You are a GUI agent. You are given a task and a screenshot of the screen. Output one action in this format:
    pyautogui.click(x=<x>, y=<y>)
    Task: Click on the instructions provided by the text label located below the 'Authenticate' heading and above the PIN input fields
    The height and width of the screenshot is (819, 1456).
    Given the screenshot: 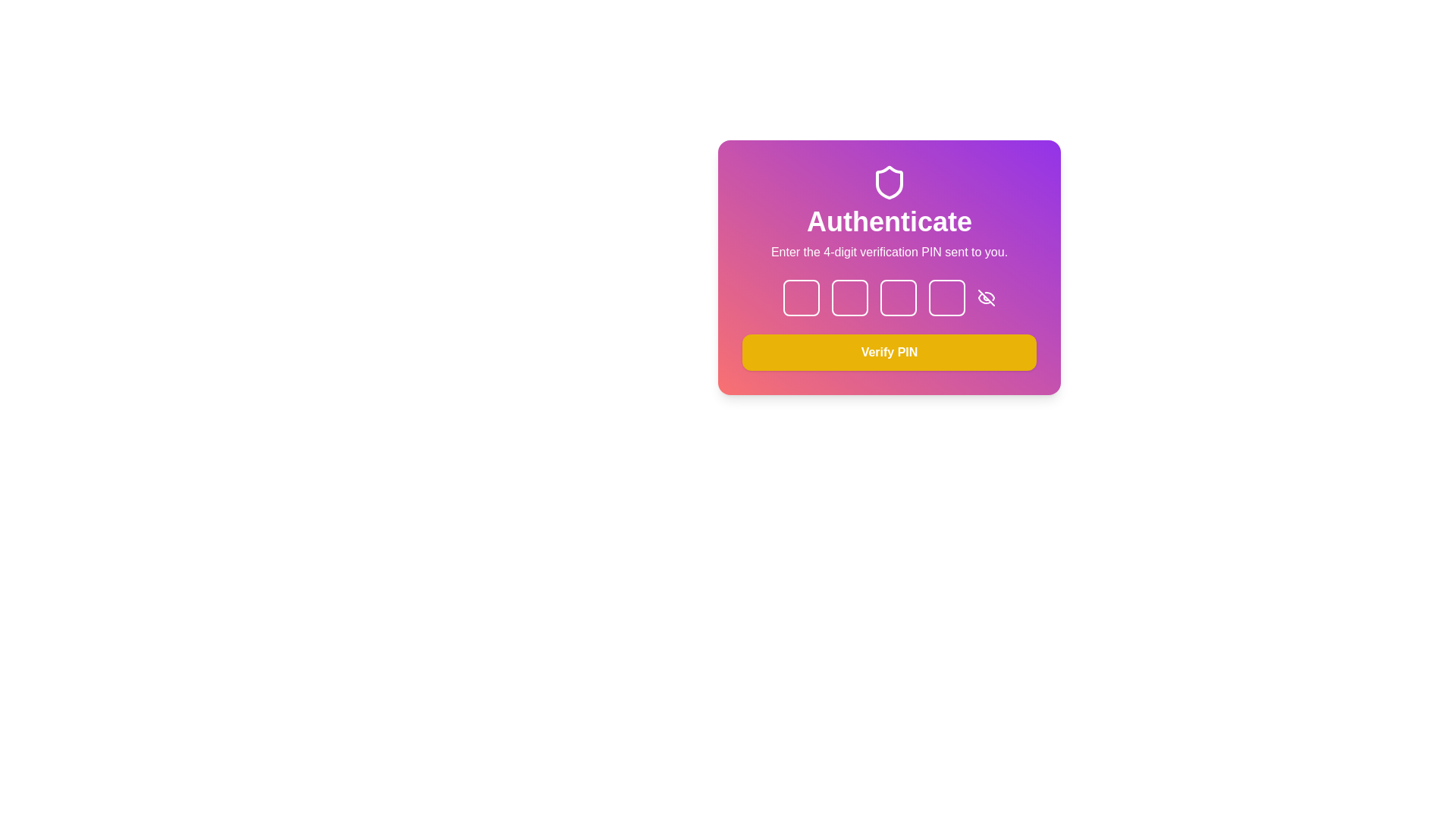 What is the action you would take?
    pyautogui.click(x=889, y=251)
    